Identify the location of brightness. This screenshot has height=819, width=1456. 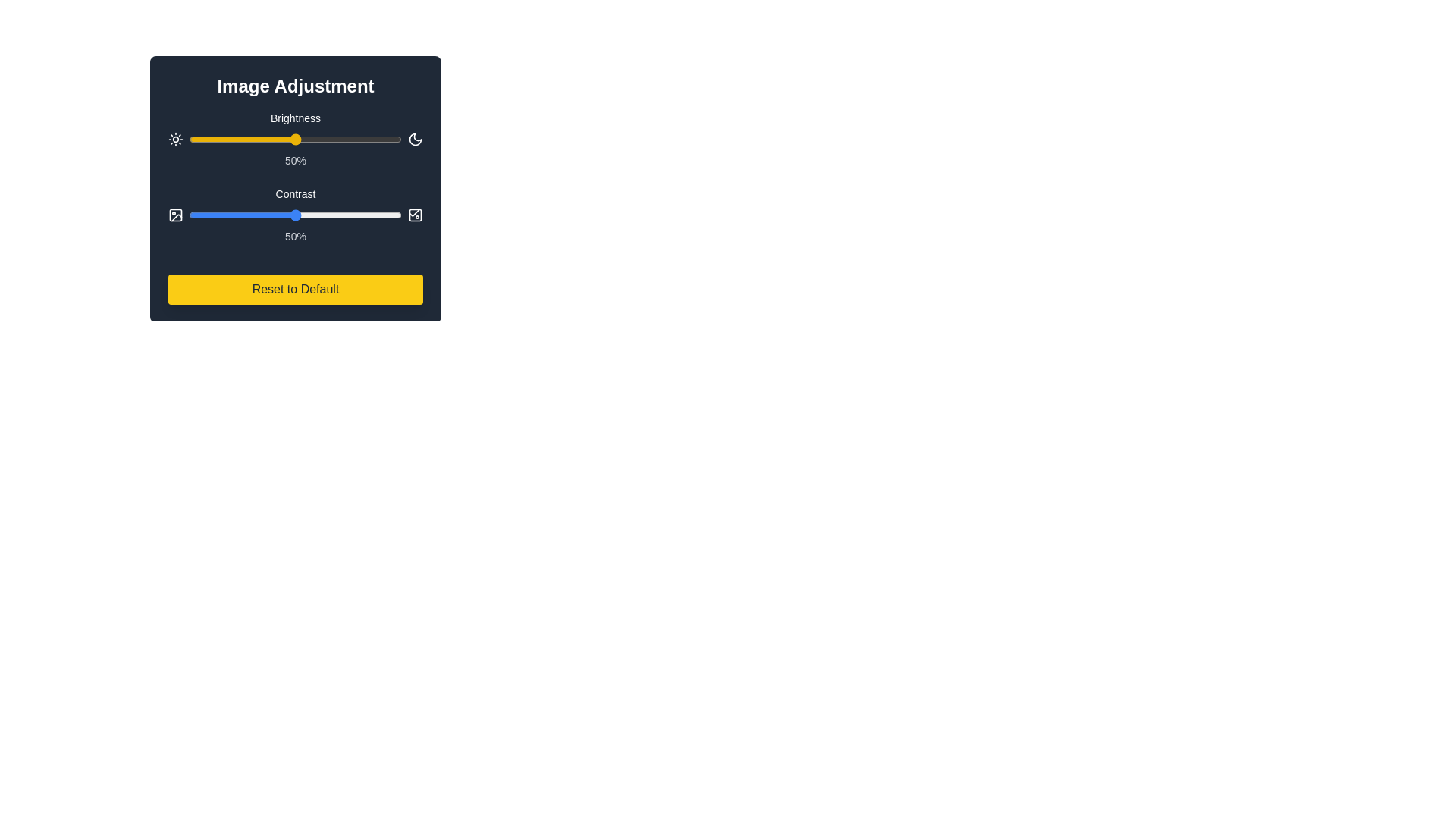
(352, 140).